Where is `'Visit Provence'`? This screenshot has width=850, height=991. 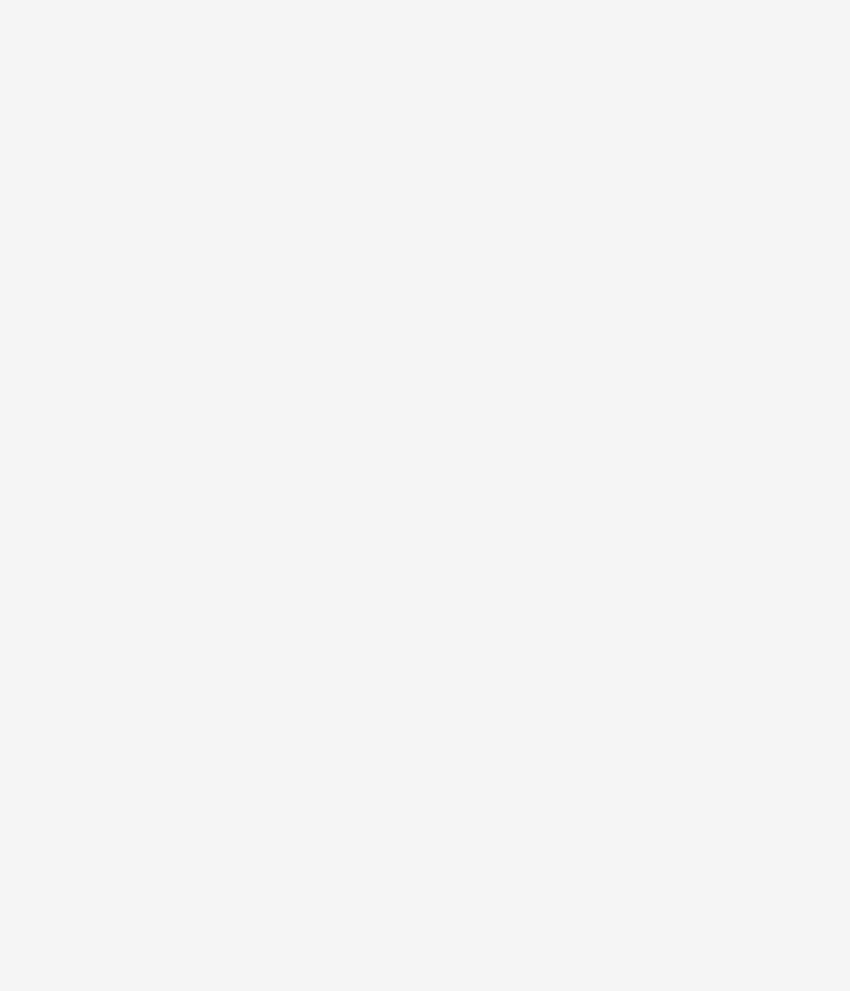 'Visit Provence' is located at coordinates (130, 134).